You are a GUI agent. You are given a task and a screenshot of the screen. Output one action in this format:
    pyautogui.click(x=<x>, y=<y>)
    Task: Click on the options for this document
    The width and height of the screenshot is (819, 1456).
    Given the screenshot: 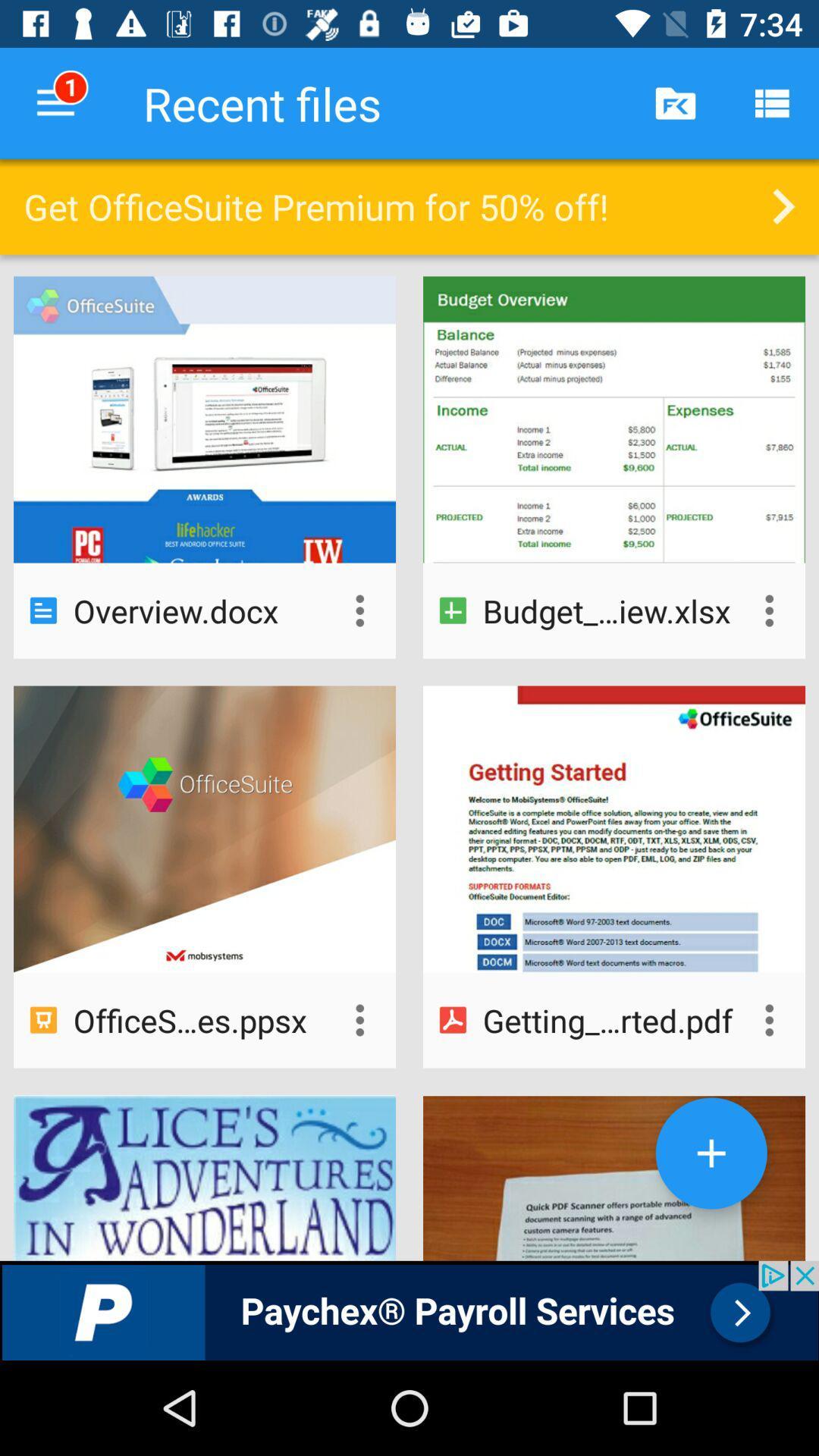 What is the action you would take?
    pyautogui.click(x=359, y=1020)
    